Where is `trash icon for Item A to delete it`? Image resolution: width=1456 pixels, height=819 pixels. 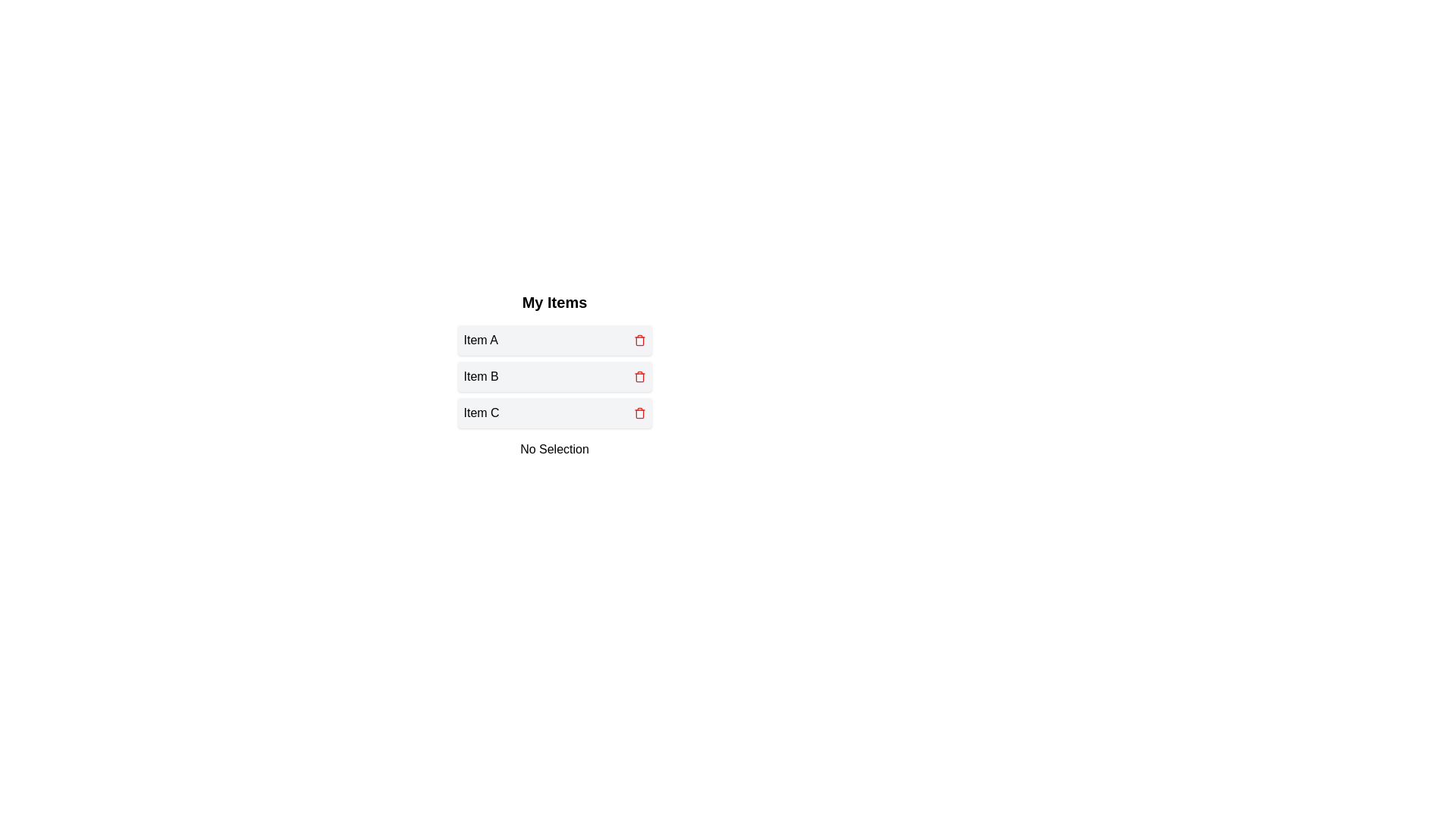
trash icon for Item A to delete it is located at coordinates (639, 339).